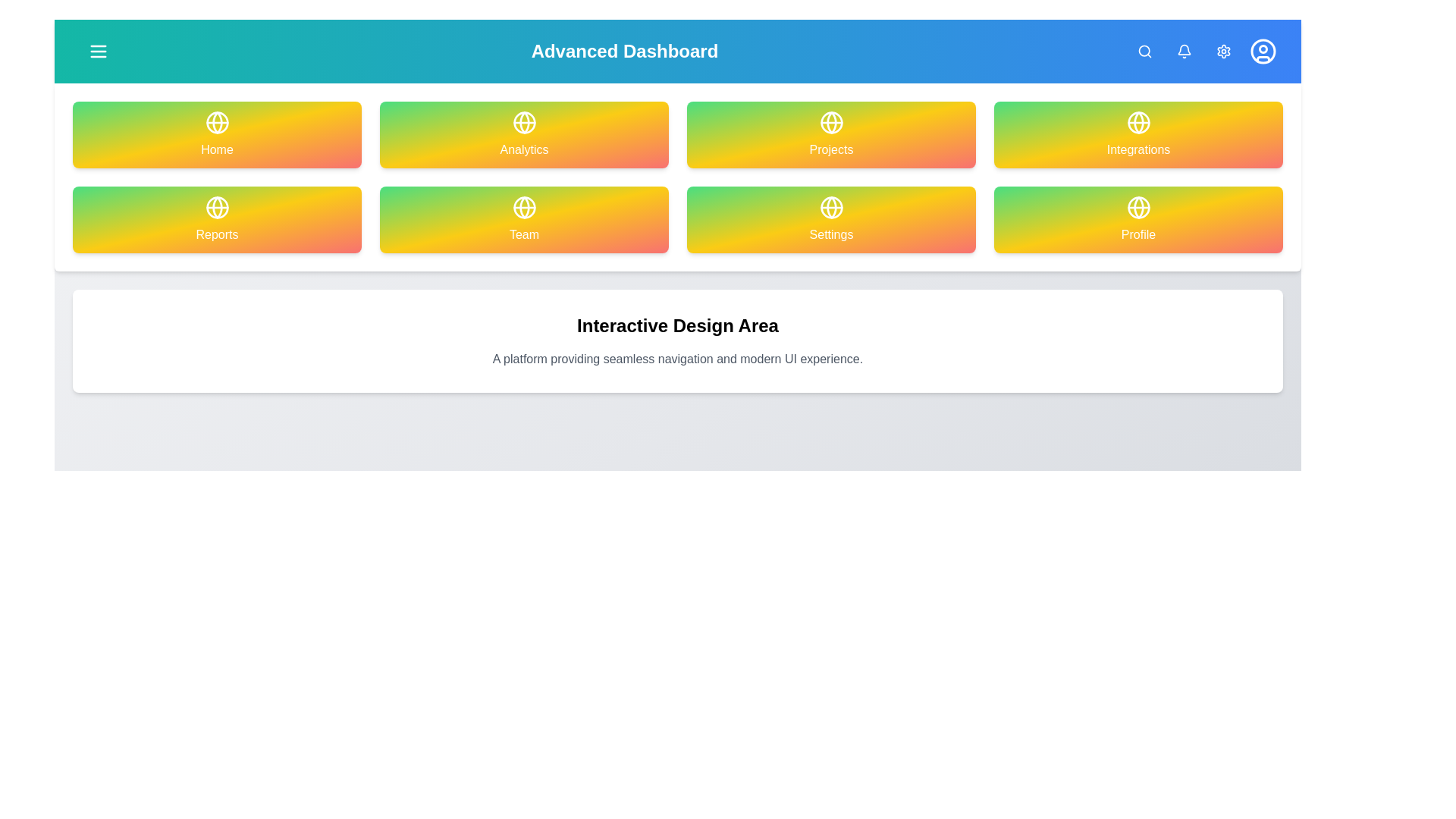 This screenshot has height=819, width=1456. I want to click on the Profile button in the navigation bar, so click(1263, 51).